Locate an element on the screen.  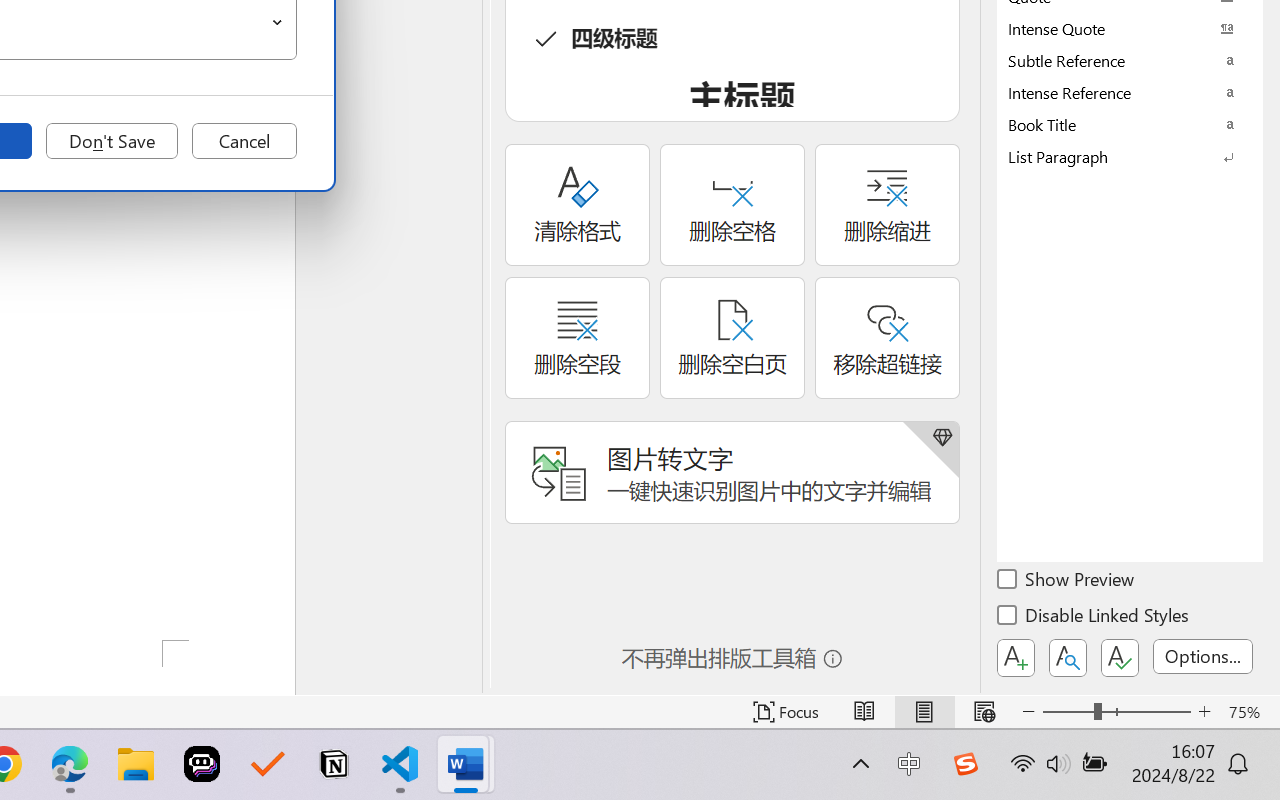
'Notion' is located at coordinates (334, 764).